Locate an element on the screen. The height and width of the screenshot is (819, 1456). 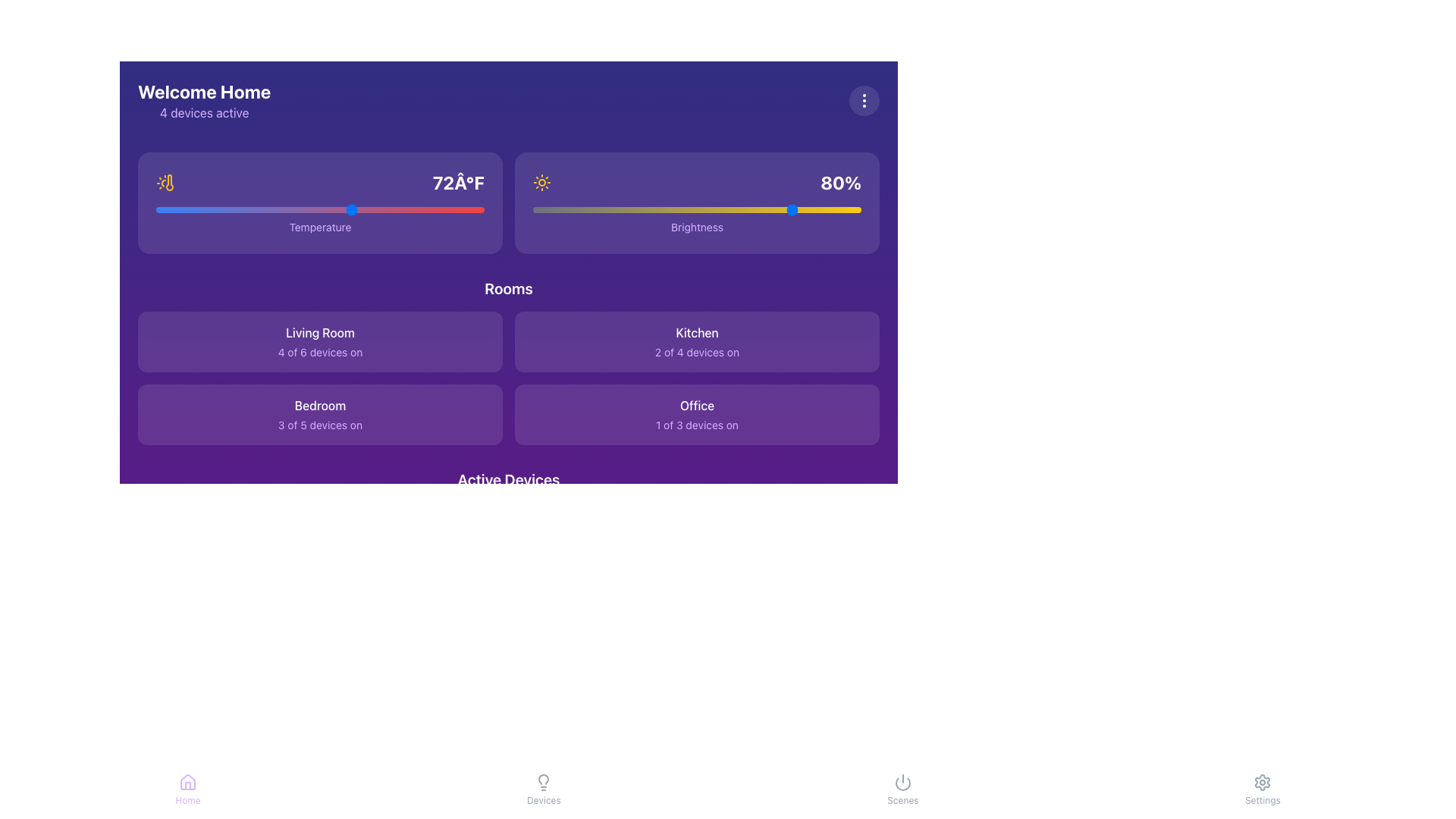
brightness level is located at coordinates (657, 210).